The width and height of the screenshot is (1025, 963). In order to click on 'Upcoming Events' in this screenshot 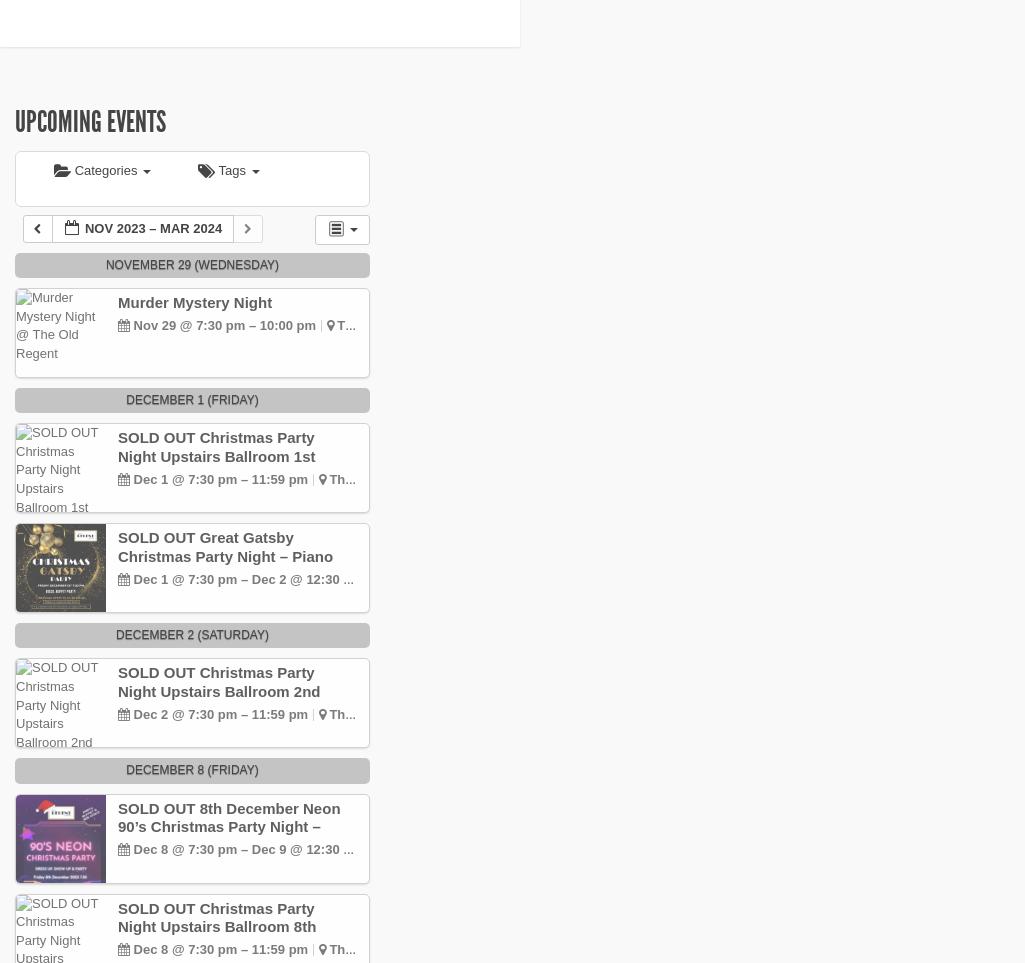, I will do `click(89, 121)`.